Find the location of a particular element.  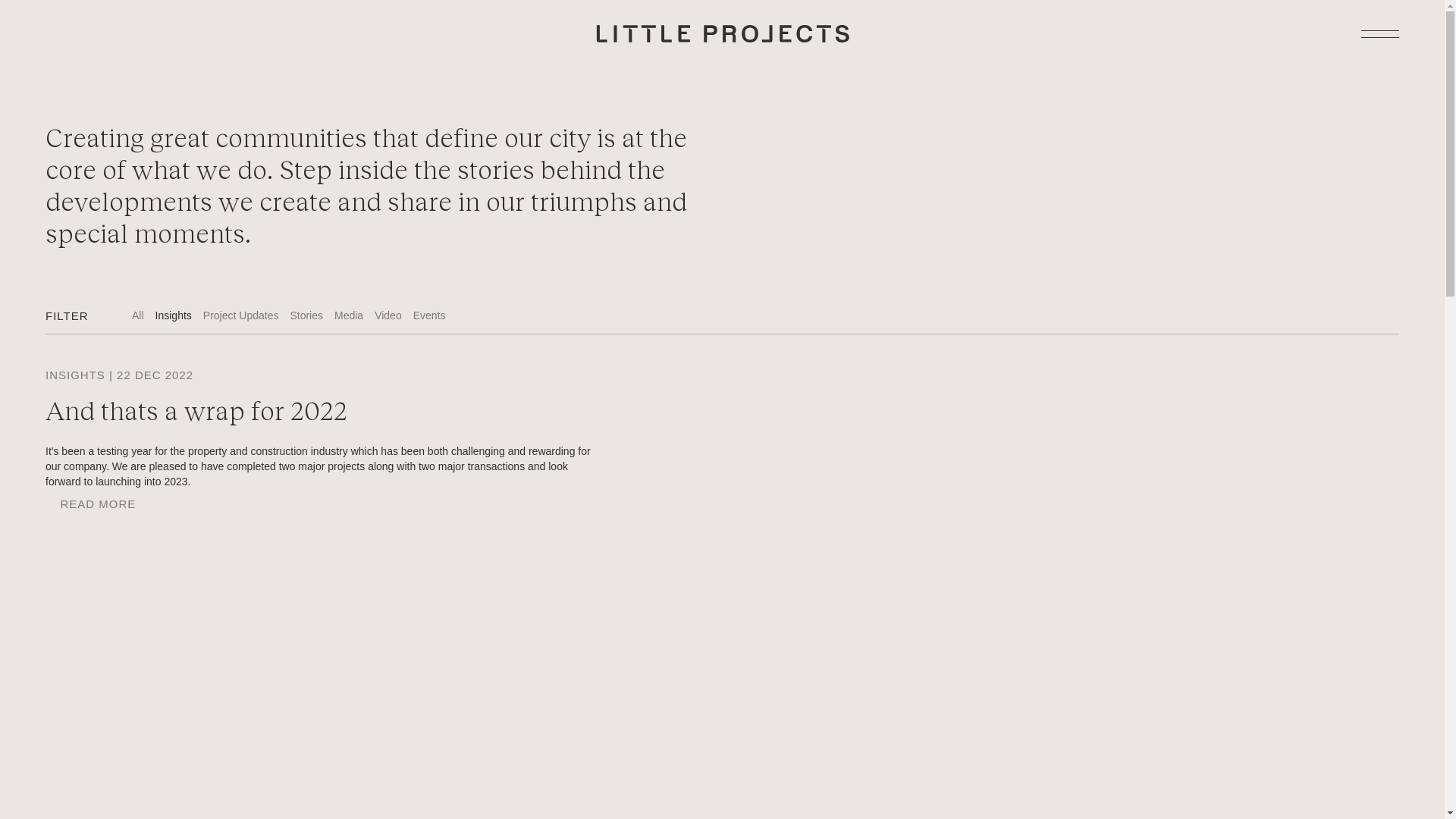

'Facebook' is located at coordinates (45, 718).